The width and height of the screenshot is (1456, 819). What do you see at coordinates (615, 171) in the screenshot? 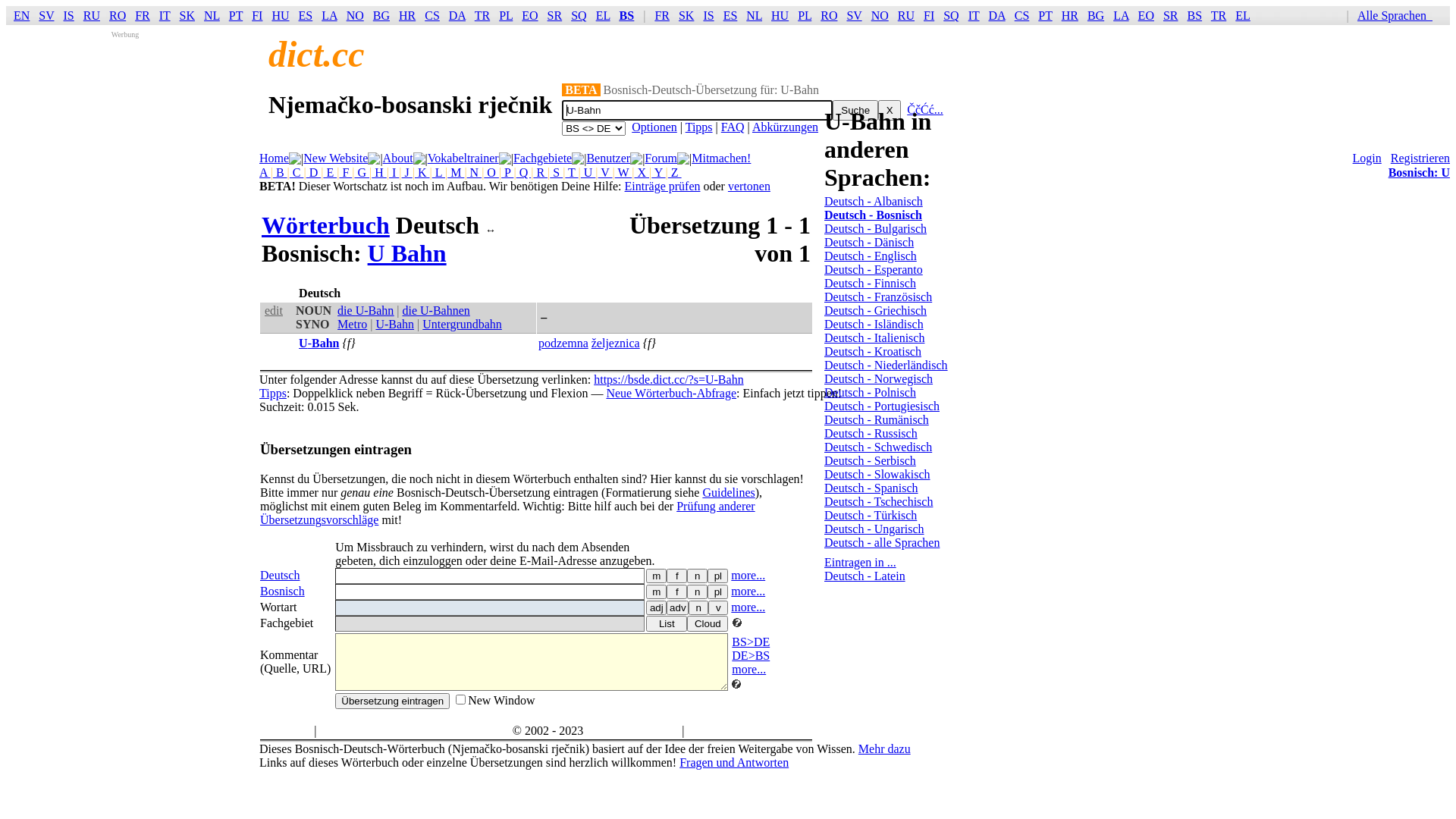
I see `'W'` at bounding box center [615, 171].